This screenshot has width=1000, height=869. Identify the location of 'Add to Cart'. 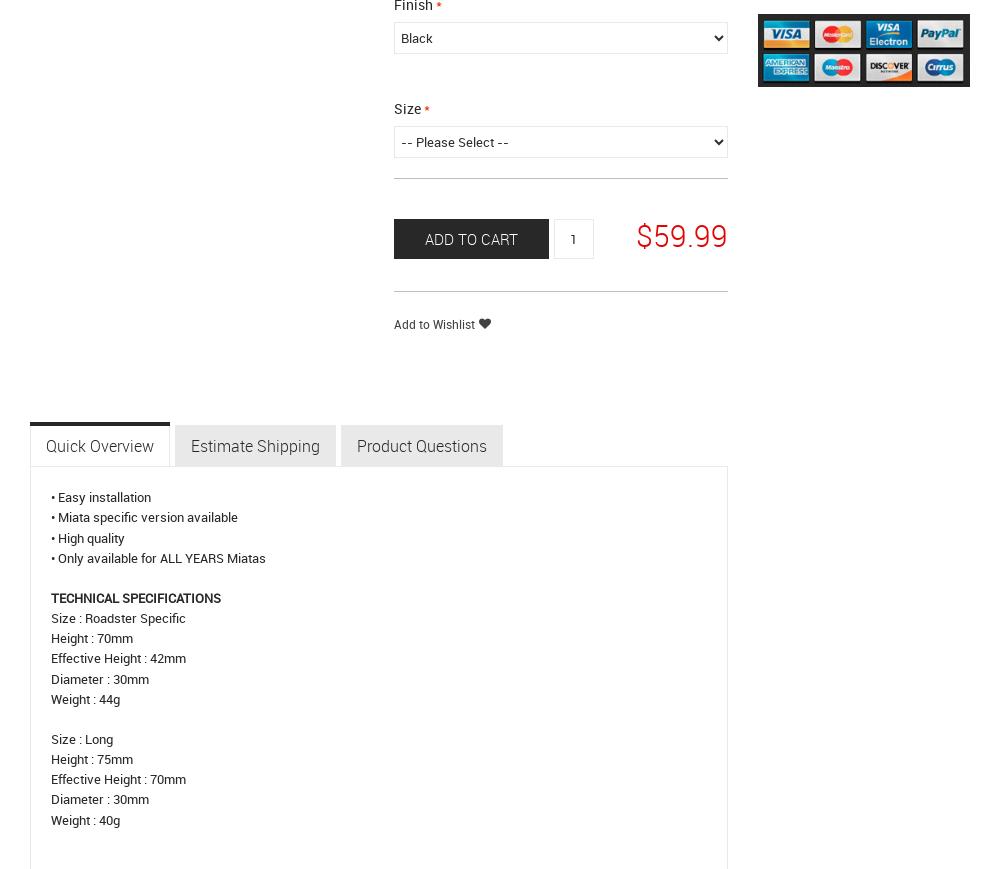
(469, 237).